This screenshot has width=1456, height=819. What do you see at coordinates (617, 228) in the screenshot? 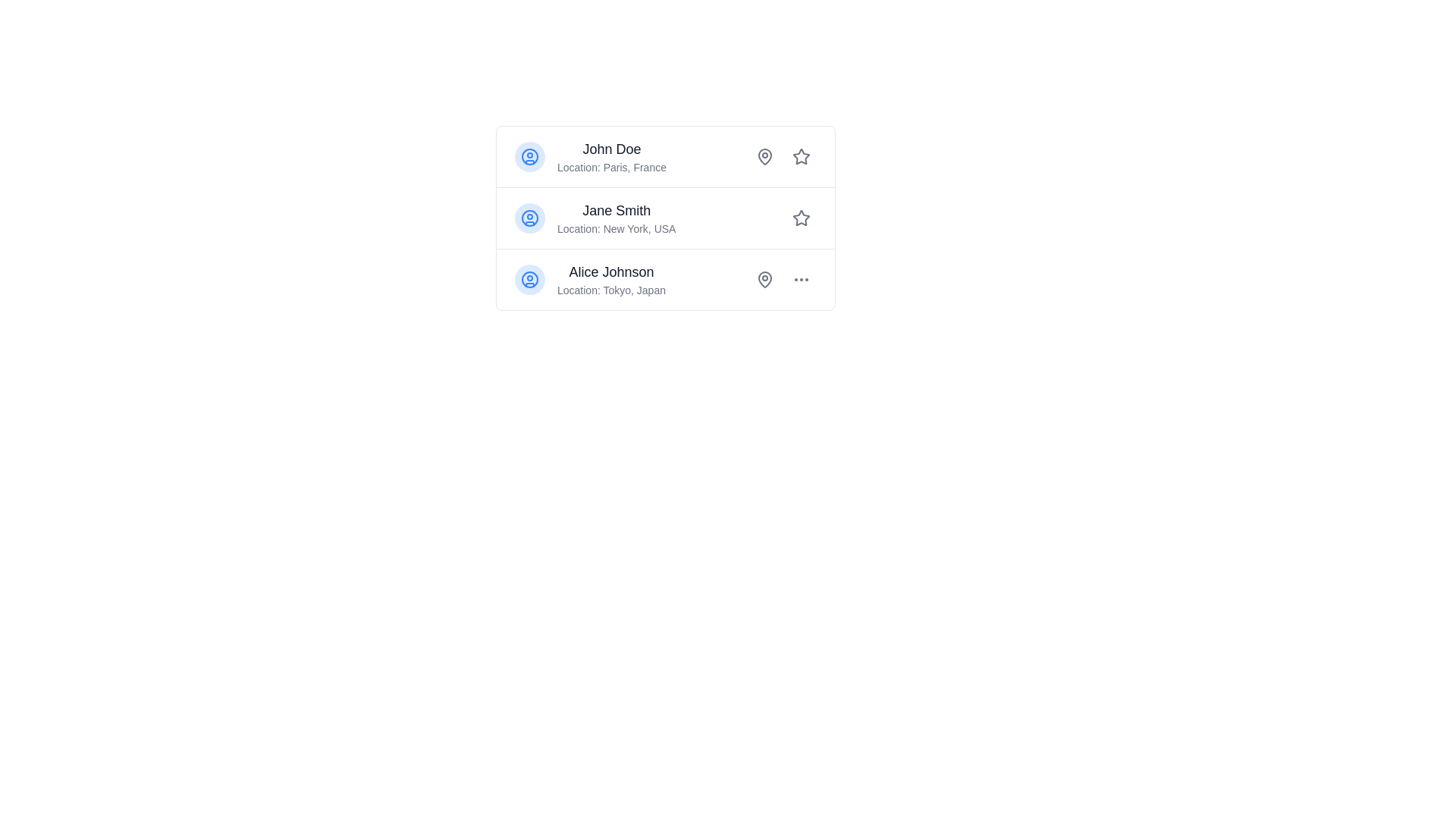
I see `text content of the informational label displaying 'Location: New York, USA', located beneath the profile name 'Jane Smith'` at bounding box center [617, 228].